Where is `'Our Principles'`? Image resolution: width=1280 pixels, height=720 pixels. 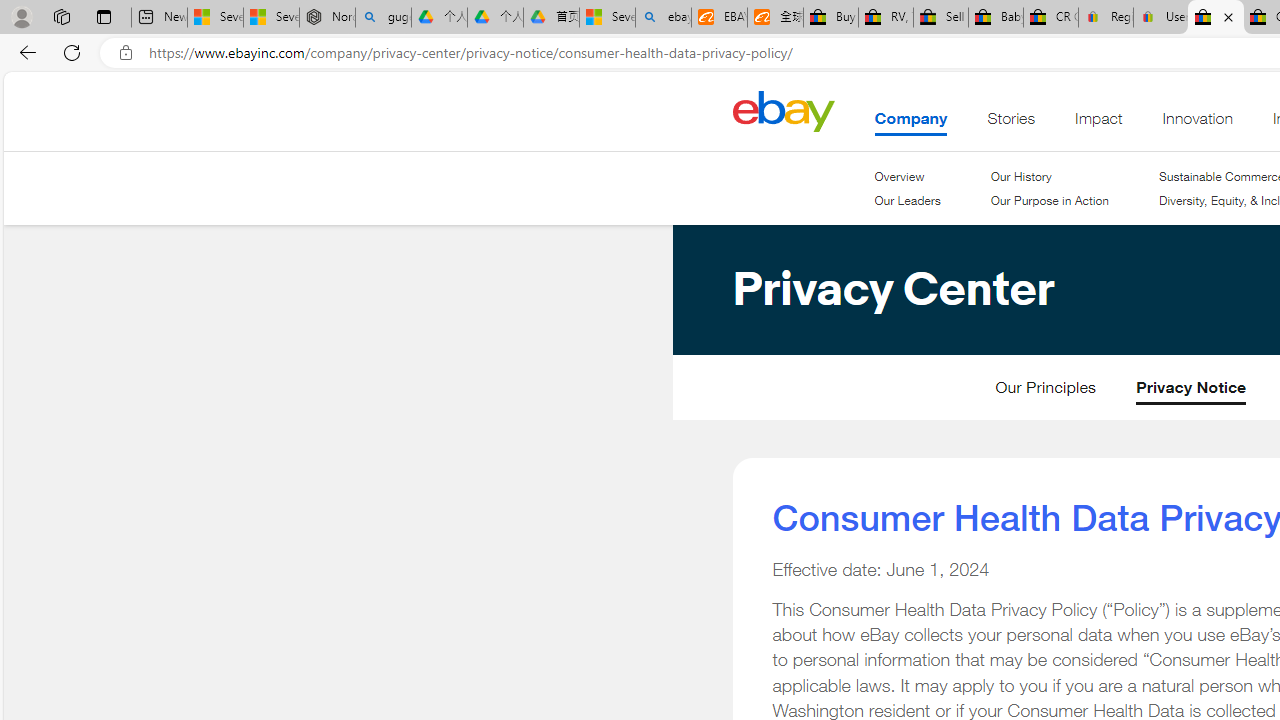 'Our Principles' is located at coordinates (1044, 391).